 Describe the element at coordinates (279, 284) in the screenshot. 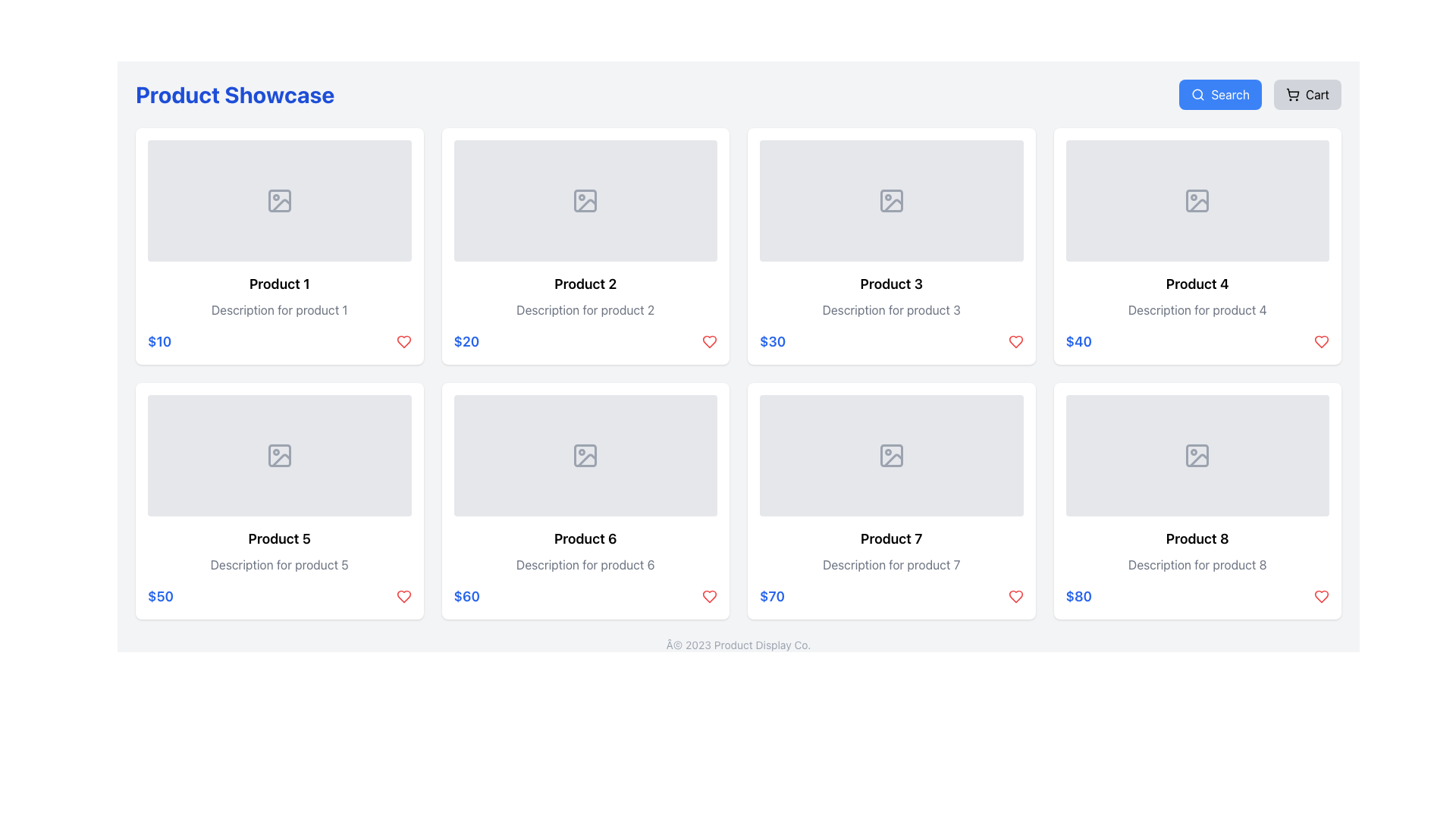

I see `the text label that reads 'Product 1', which is styled in bold font and located at the top center of the first card in the grid display` at that location.